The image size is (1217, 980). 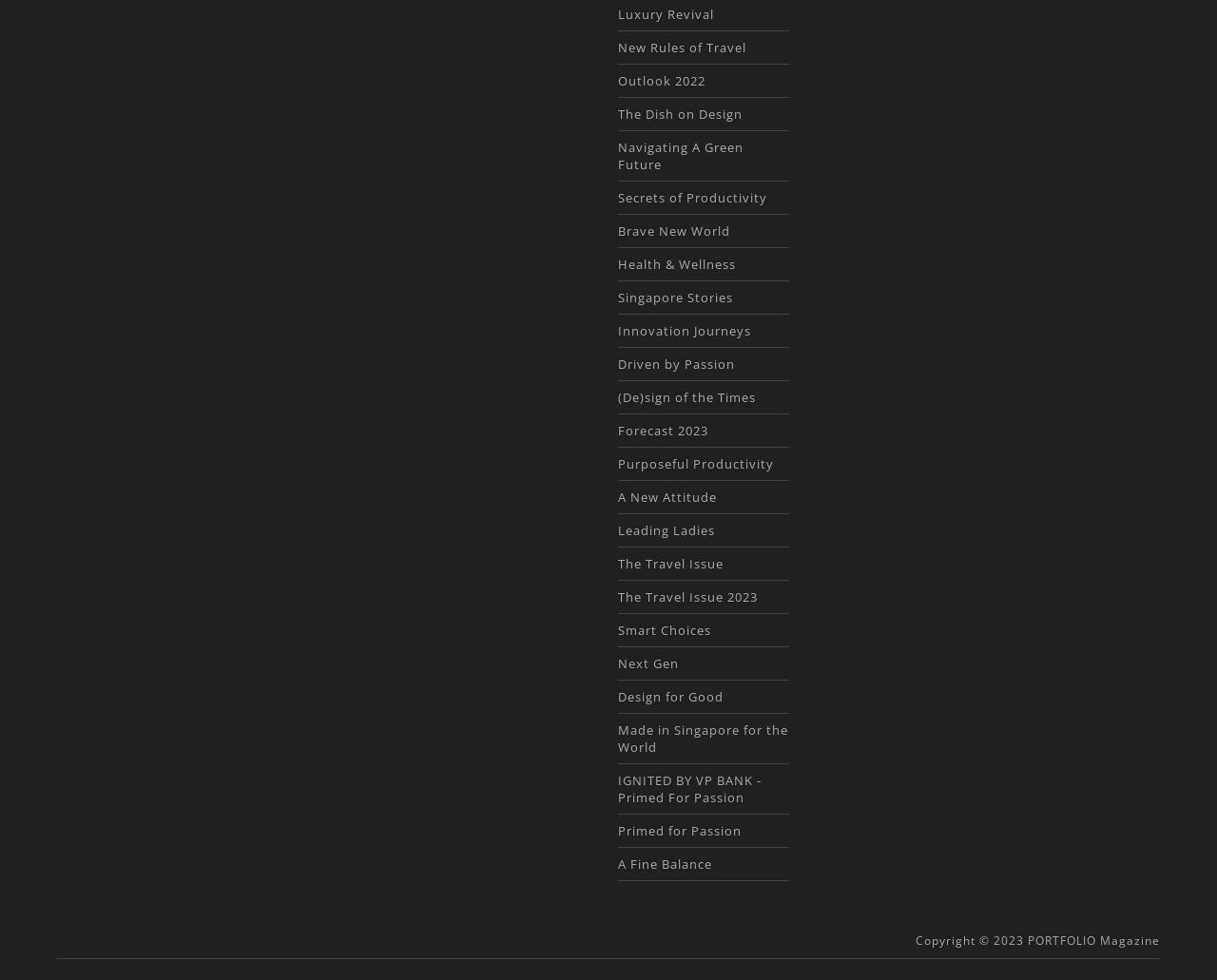 I want to click on 'The Travel Issue 2023', so click(x=686, y=596).